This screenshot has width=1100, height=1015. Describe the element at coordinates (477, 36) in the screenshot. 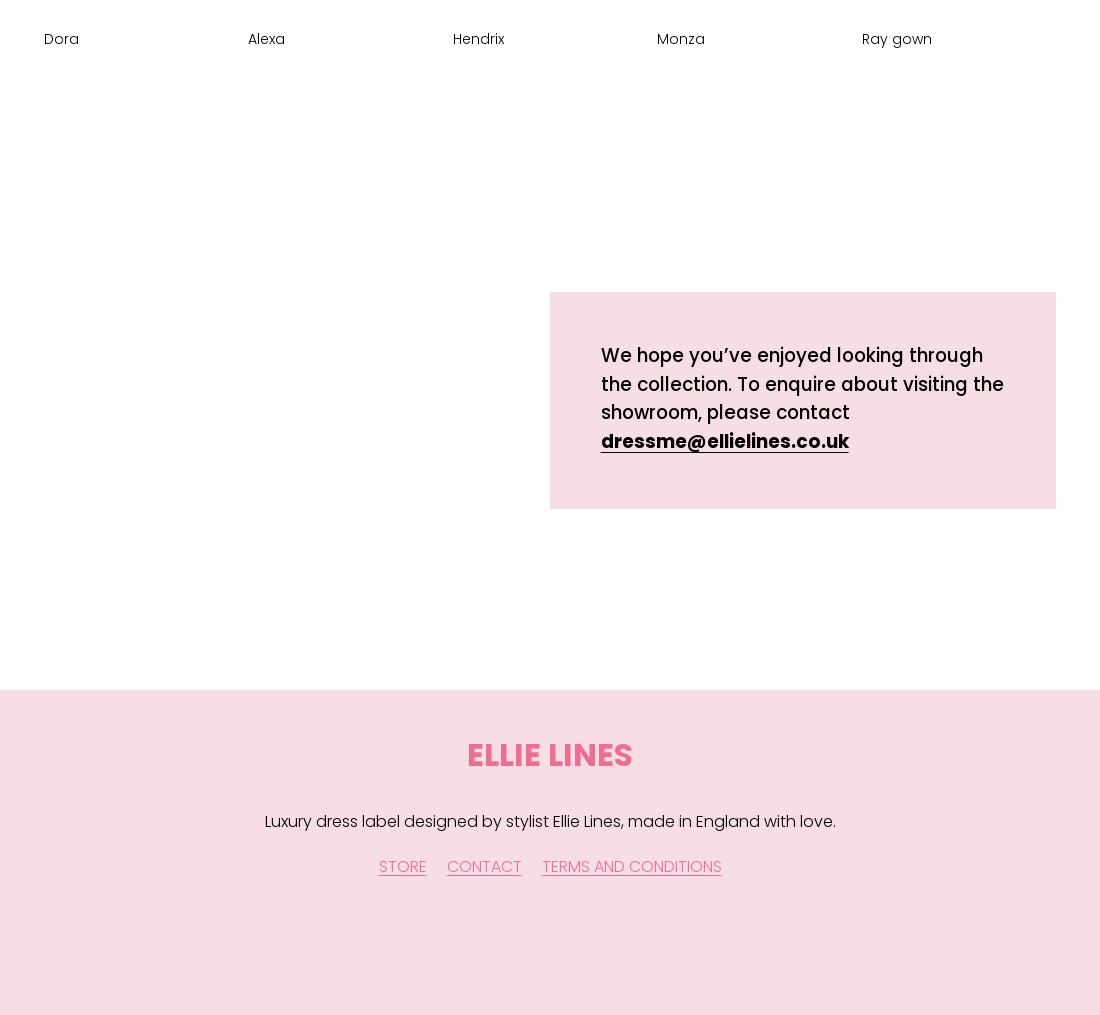

I see `'Hendrix'` at that location.